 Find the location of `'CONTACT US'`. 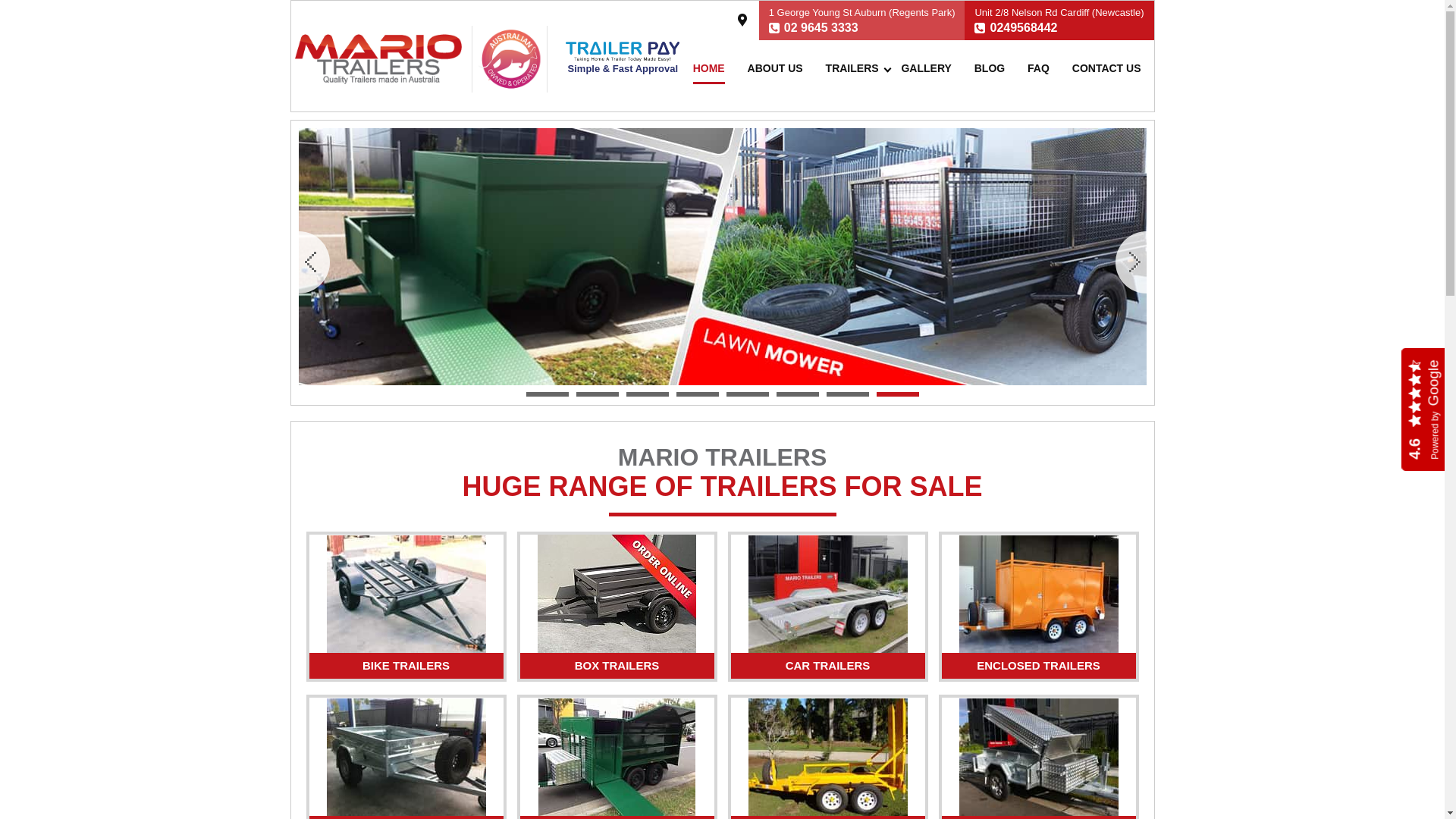

'CONTACT US' is located at coordinates (1106, 67).